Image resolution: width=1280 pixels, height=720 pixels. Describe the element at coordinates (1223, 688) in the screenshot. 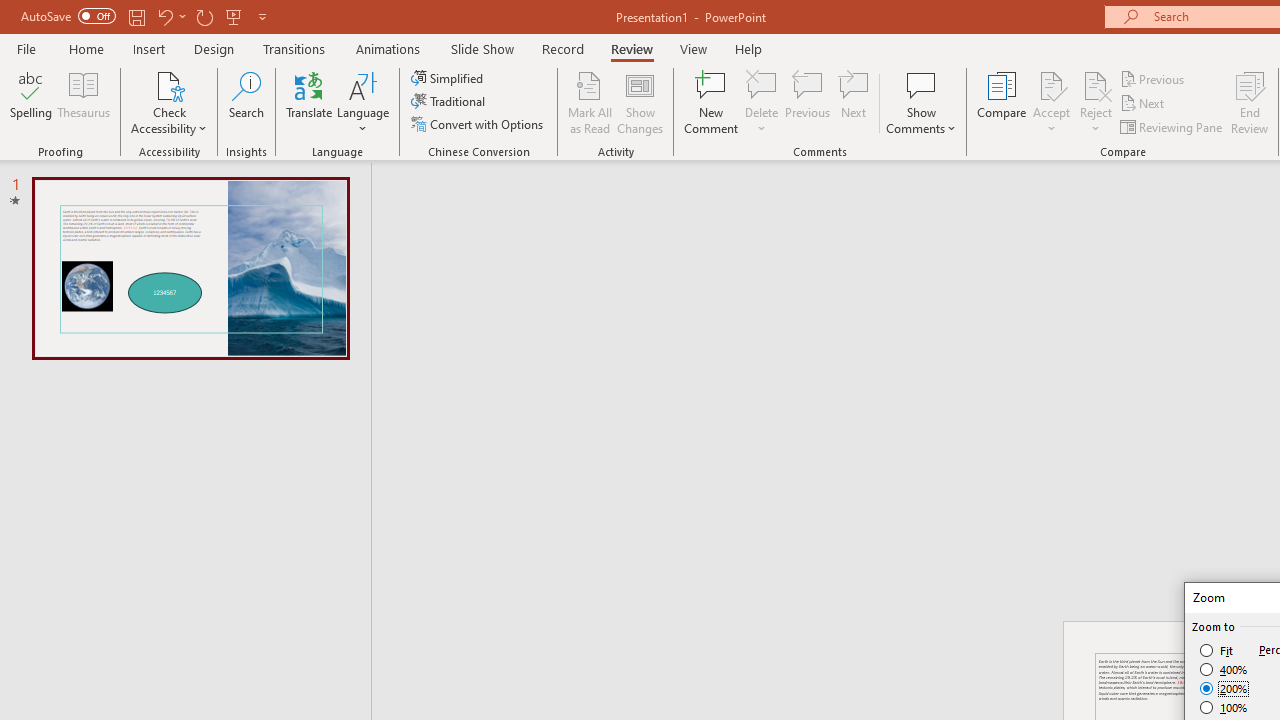

I see `'200%'` at that location.